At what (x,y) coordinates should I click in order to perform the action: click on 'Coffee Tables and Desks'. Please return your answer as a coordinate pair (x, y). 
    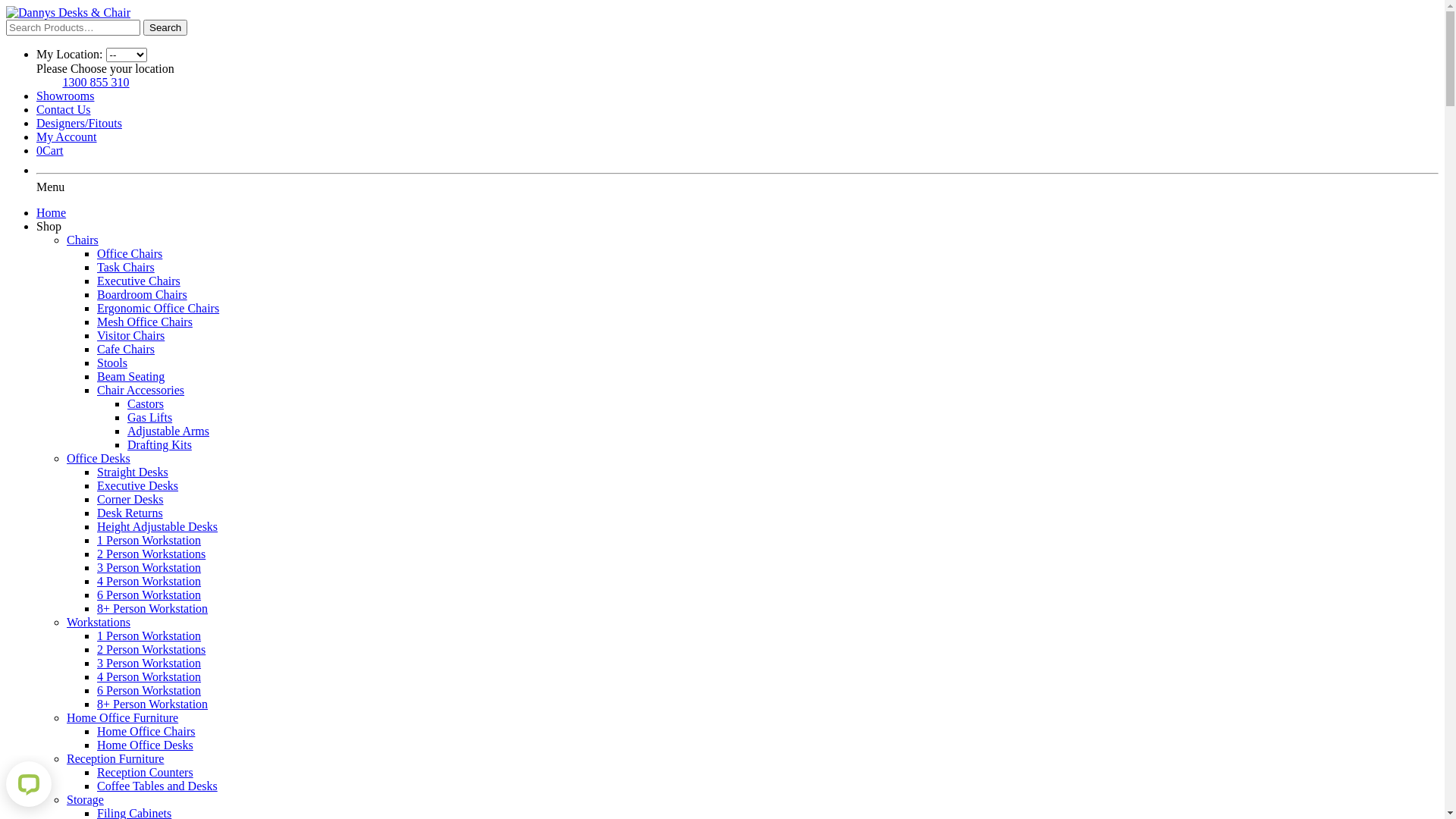
    Looking at the image, I should click on (96, 785).